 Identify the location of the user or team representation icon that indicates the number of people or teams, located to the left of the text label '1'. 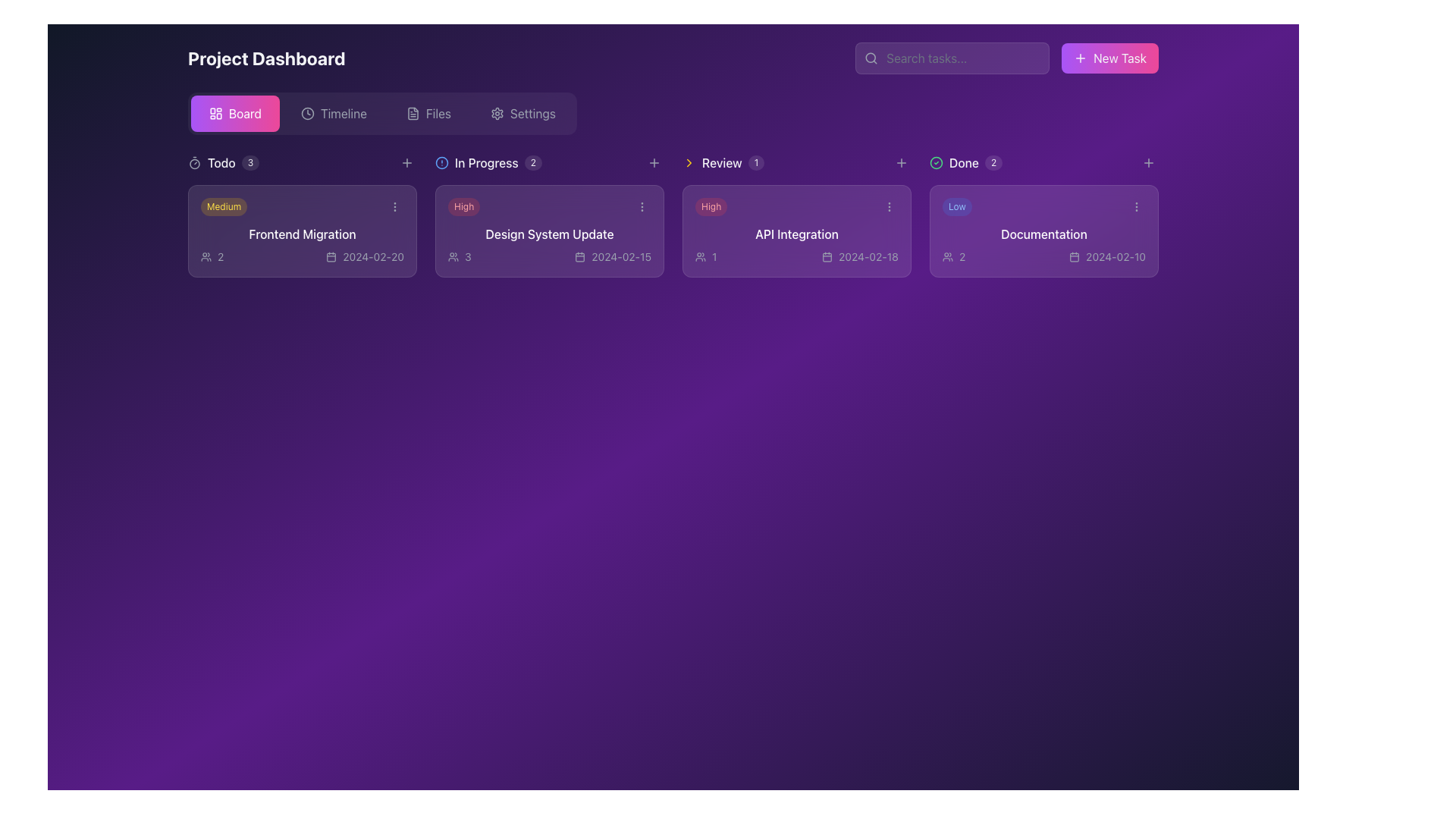
(700, 256).